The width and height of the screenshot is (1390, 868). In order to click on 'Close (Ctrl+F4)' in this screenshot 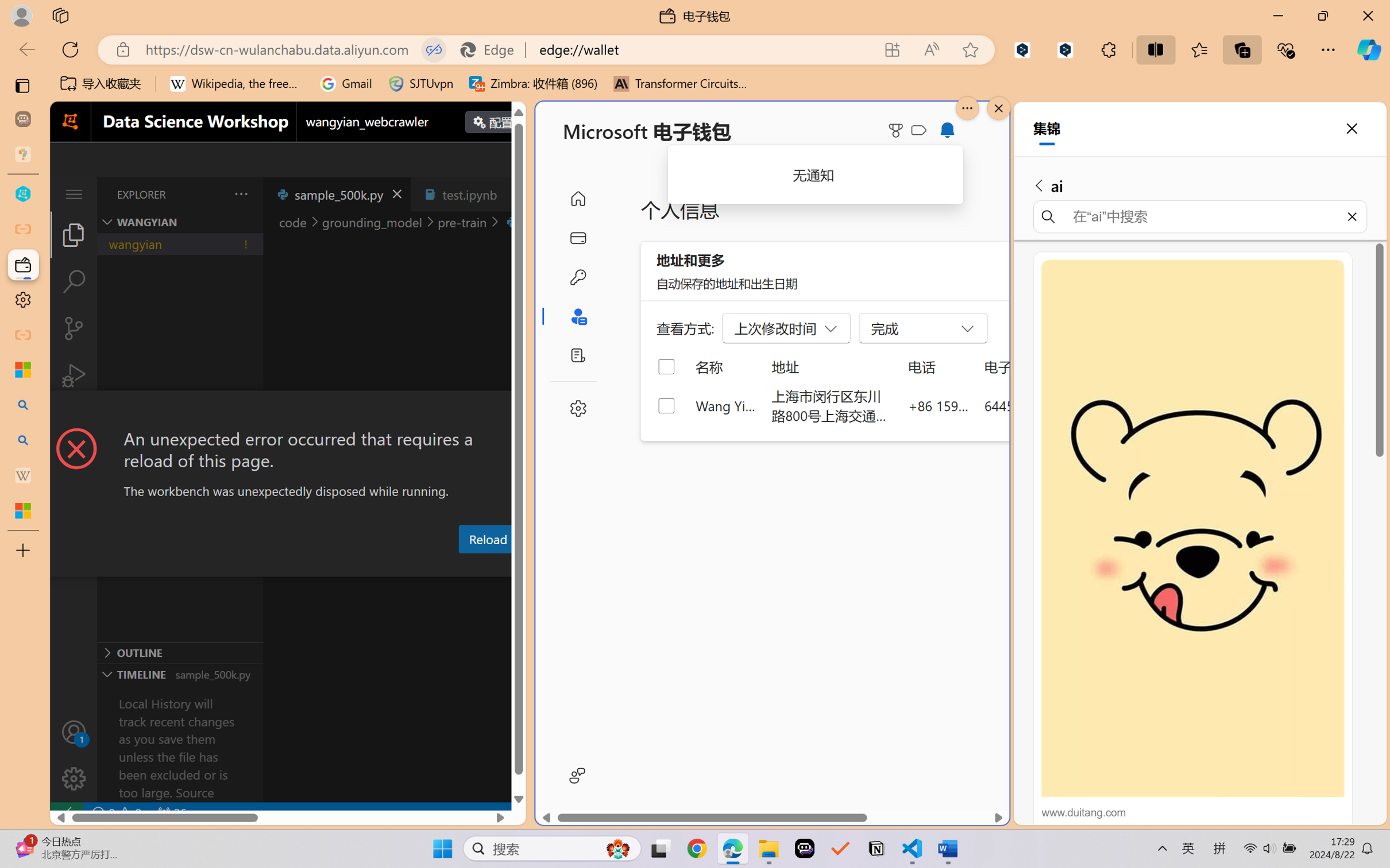, I will do `click(512, 193)`.